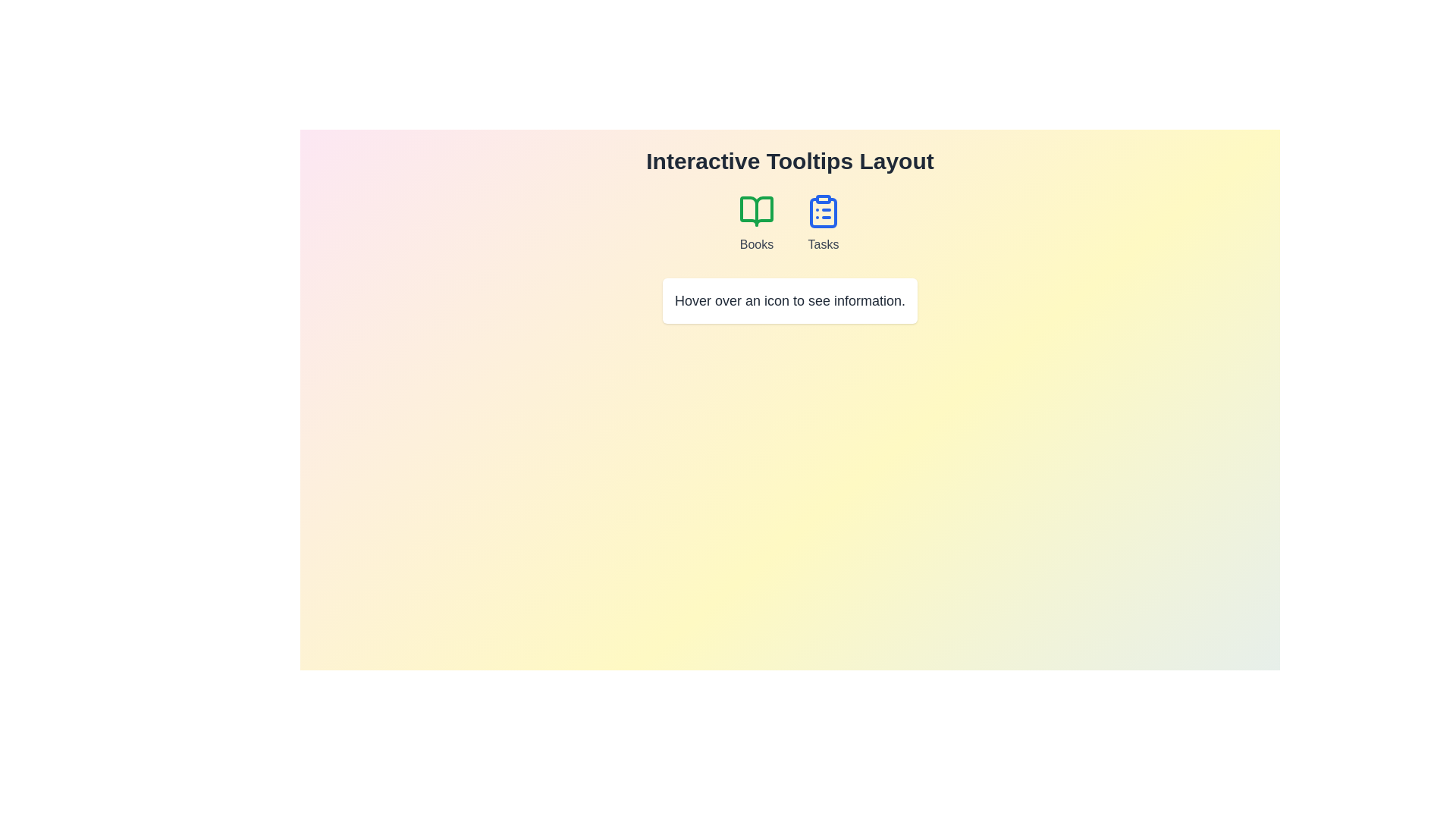 This screenshot has height=819, width=1456. Describe the element at coordinates (757, 211) in the screenshot. I see `the 'Books' icon located in the upper half of the interface, which is the leftmost icon in a pair of icons` at that location.